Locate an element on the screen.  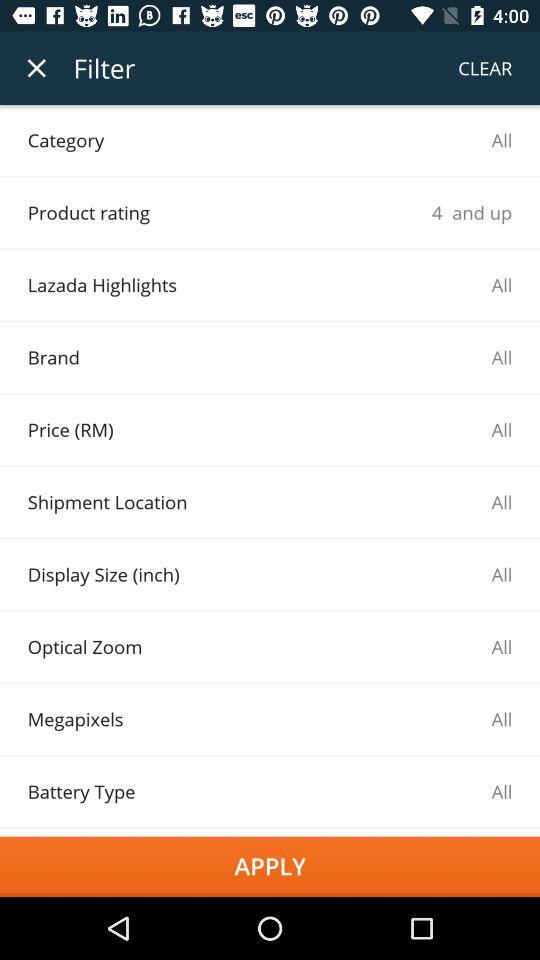
icon to the right of filter icon is located at coordinates (484, 68).